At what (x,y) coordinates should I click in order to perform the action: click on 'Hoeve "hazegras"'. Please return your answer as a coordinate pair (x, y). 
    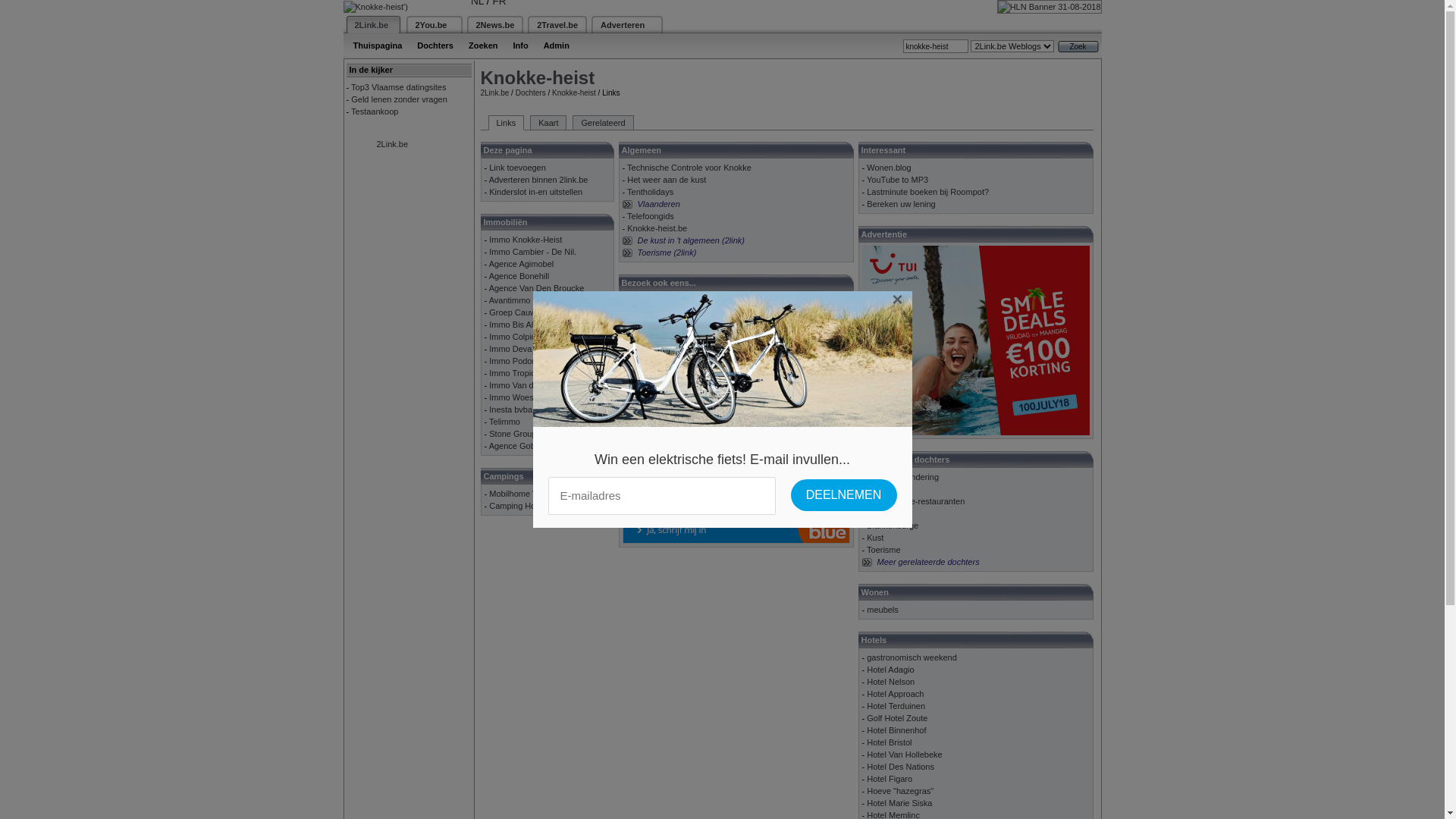
    Looking at the image, I should click on (899, 789).